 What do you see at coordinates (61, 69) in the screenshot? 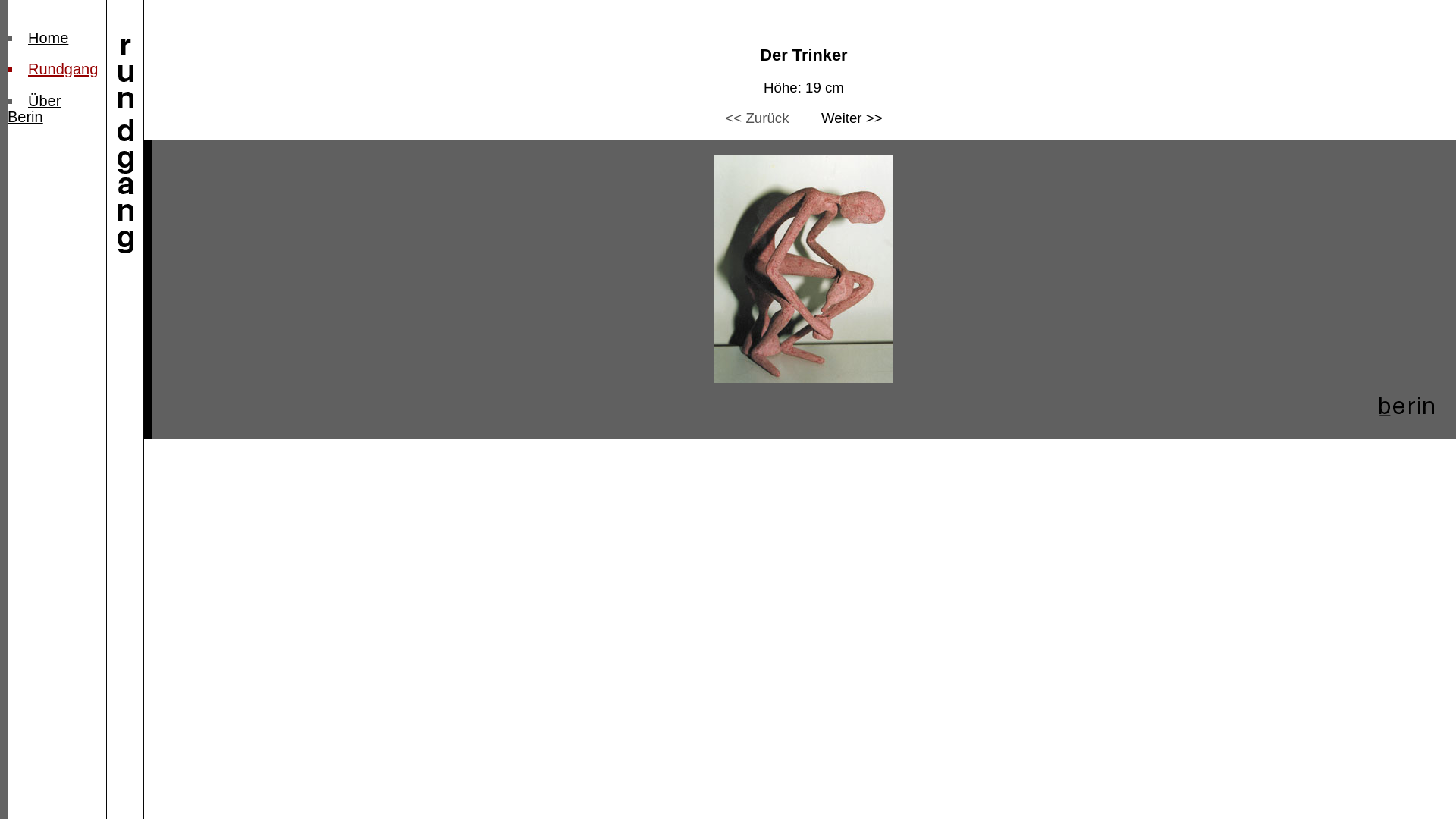
I see `'Rundgang'` at bounding box center [61, 69].